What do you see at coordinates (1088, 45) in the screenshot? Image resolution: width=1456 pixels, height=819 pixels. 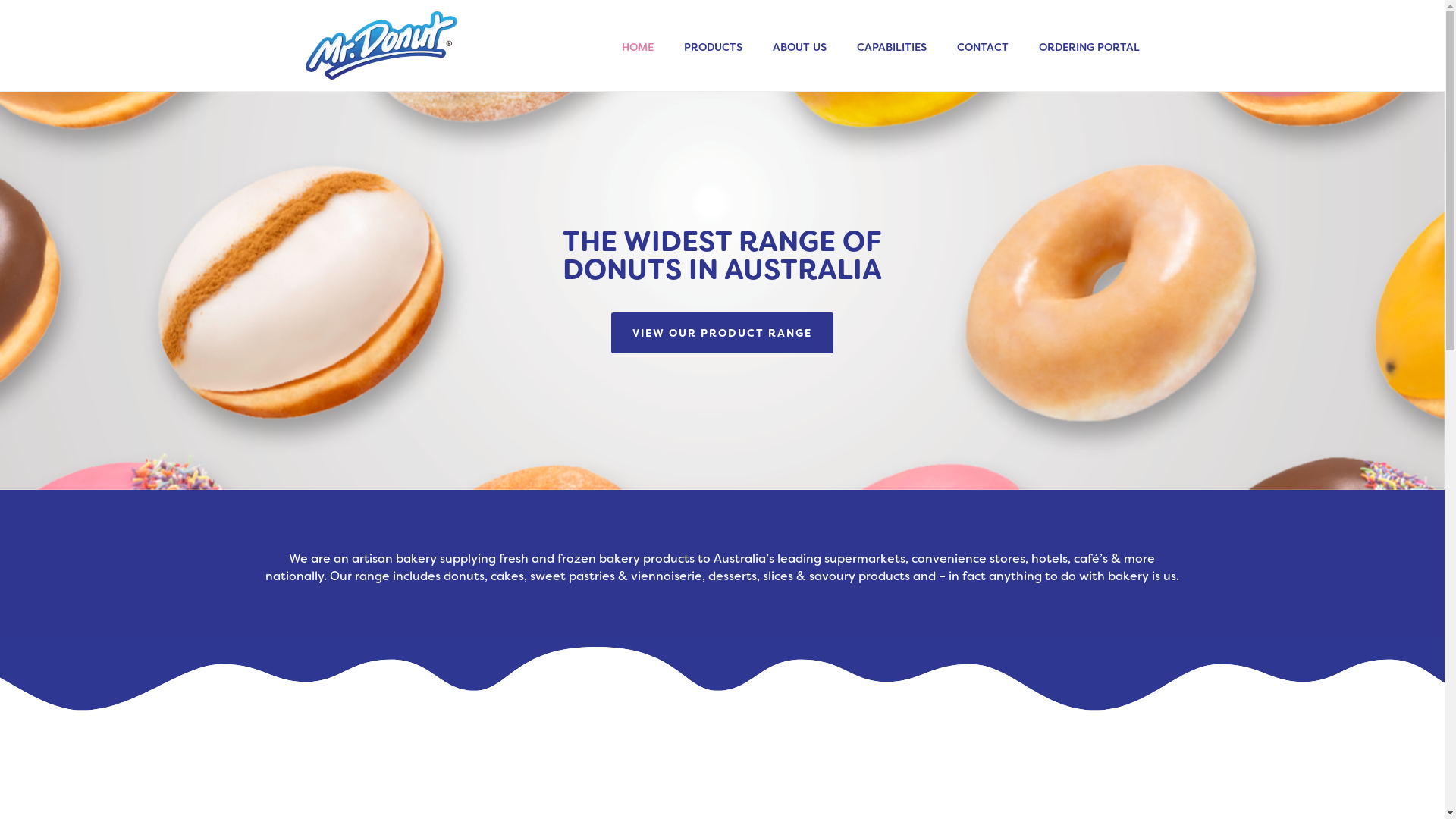 I see `'ORDERING PORTAL'` at bounding box center [1088, 45].